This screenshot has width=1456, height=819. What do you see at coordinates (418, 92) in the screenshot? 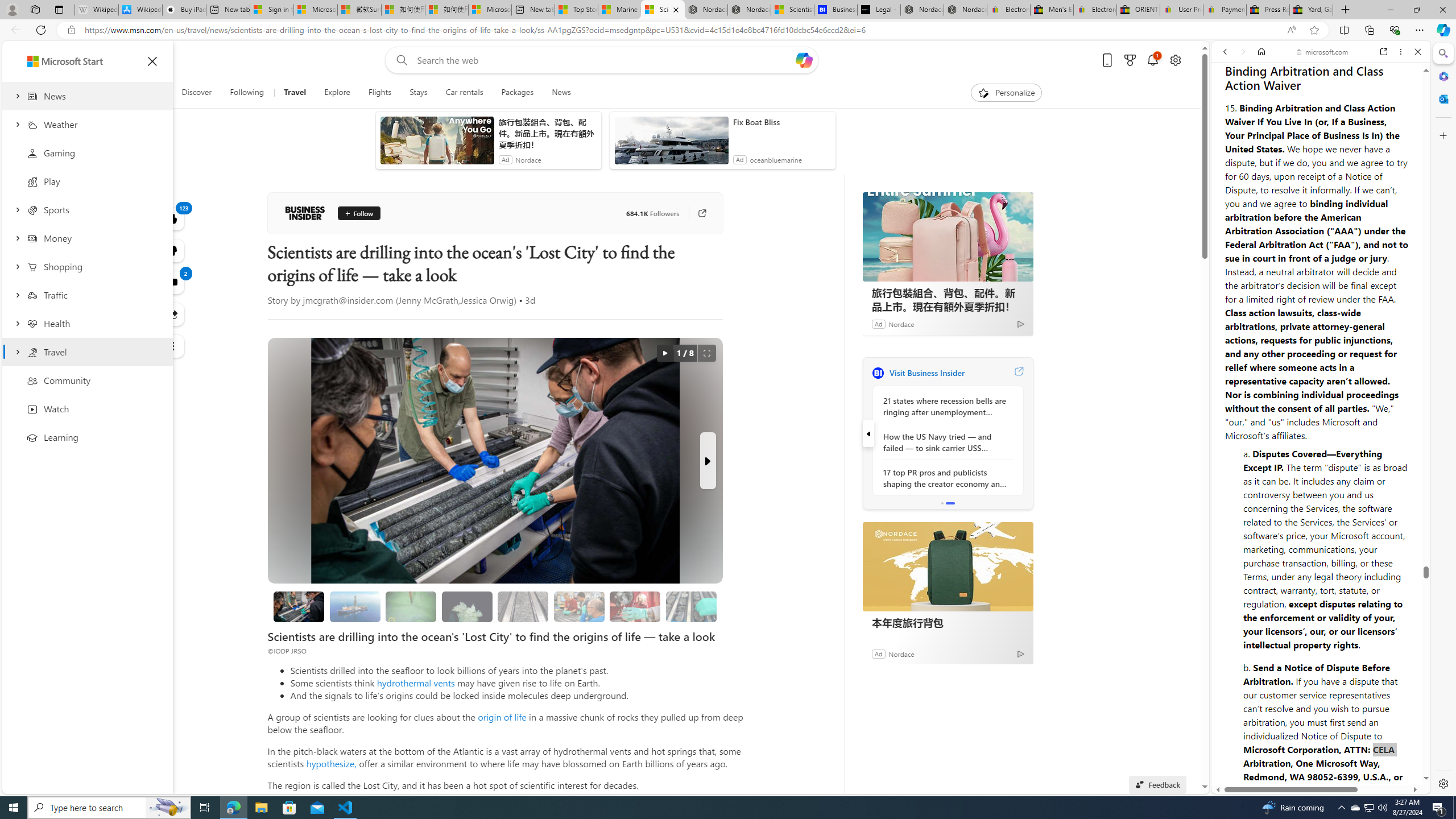
I see `'Stays'` at bounding box center [418, 92].